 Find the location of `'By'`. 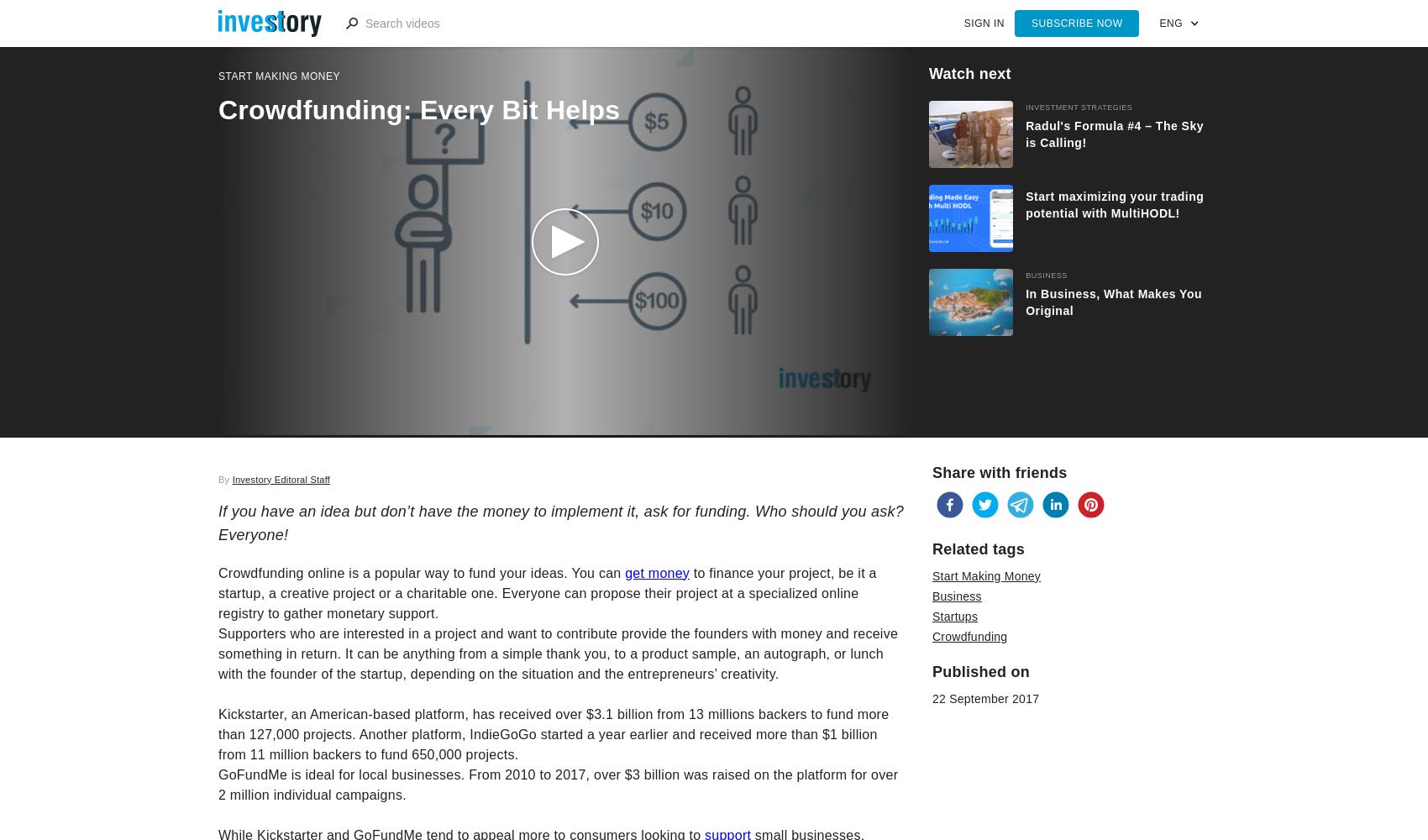

'By' is located at coordinates (218, 478).